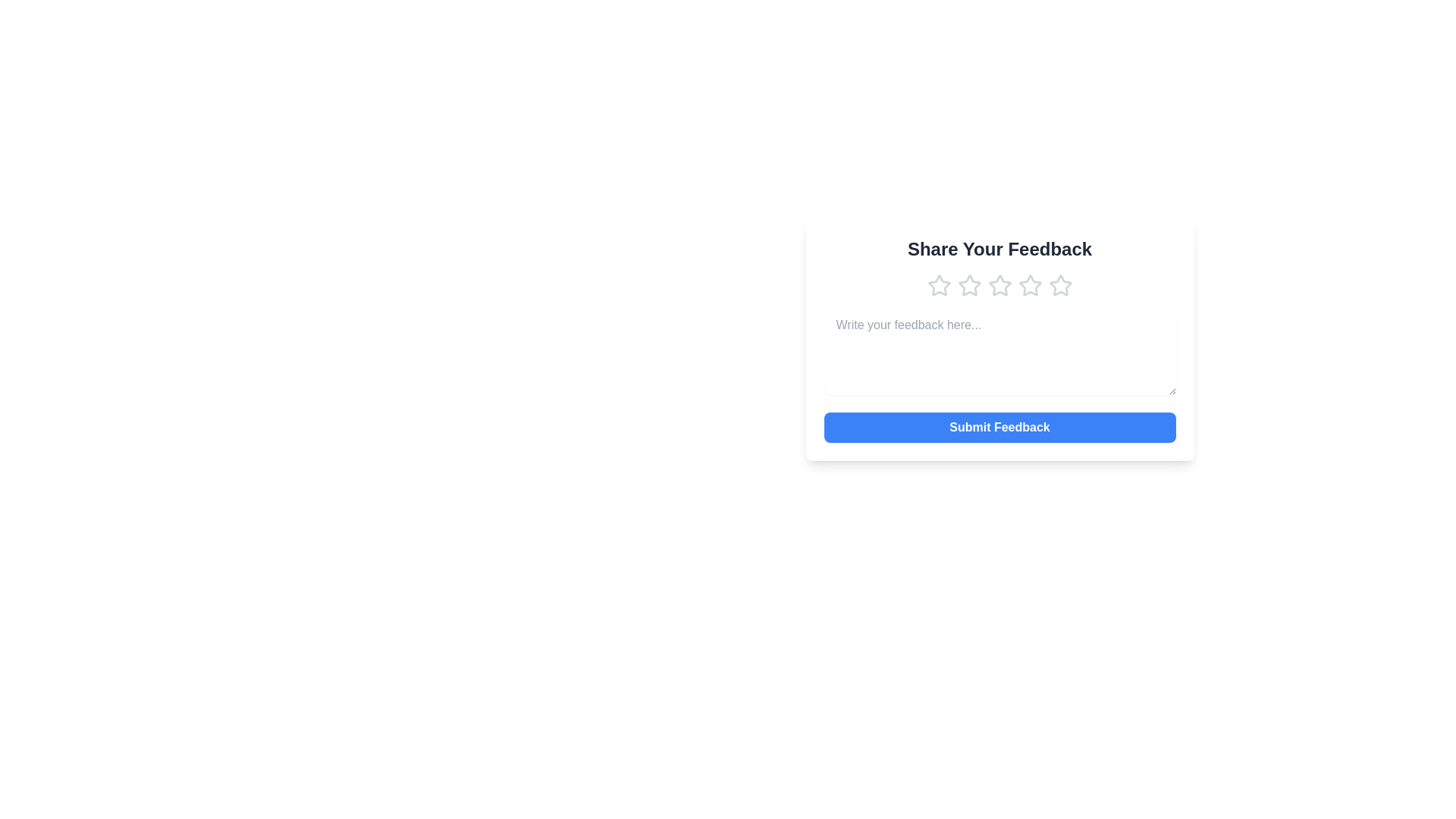  Describe the element at coordinates (938, 286) in the screenshot. I see `the first star icon in the 'Share Your Feedback' section, which is a hollow light gray star that enlarges slightly when hovered over` at that location.